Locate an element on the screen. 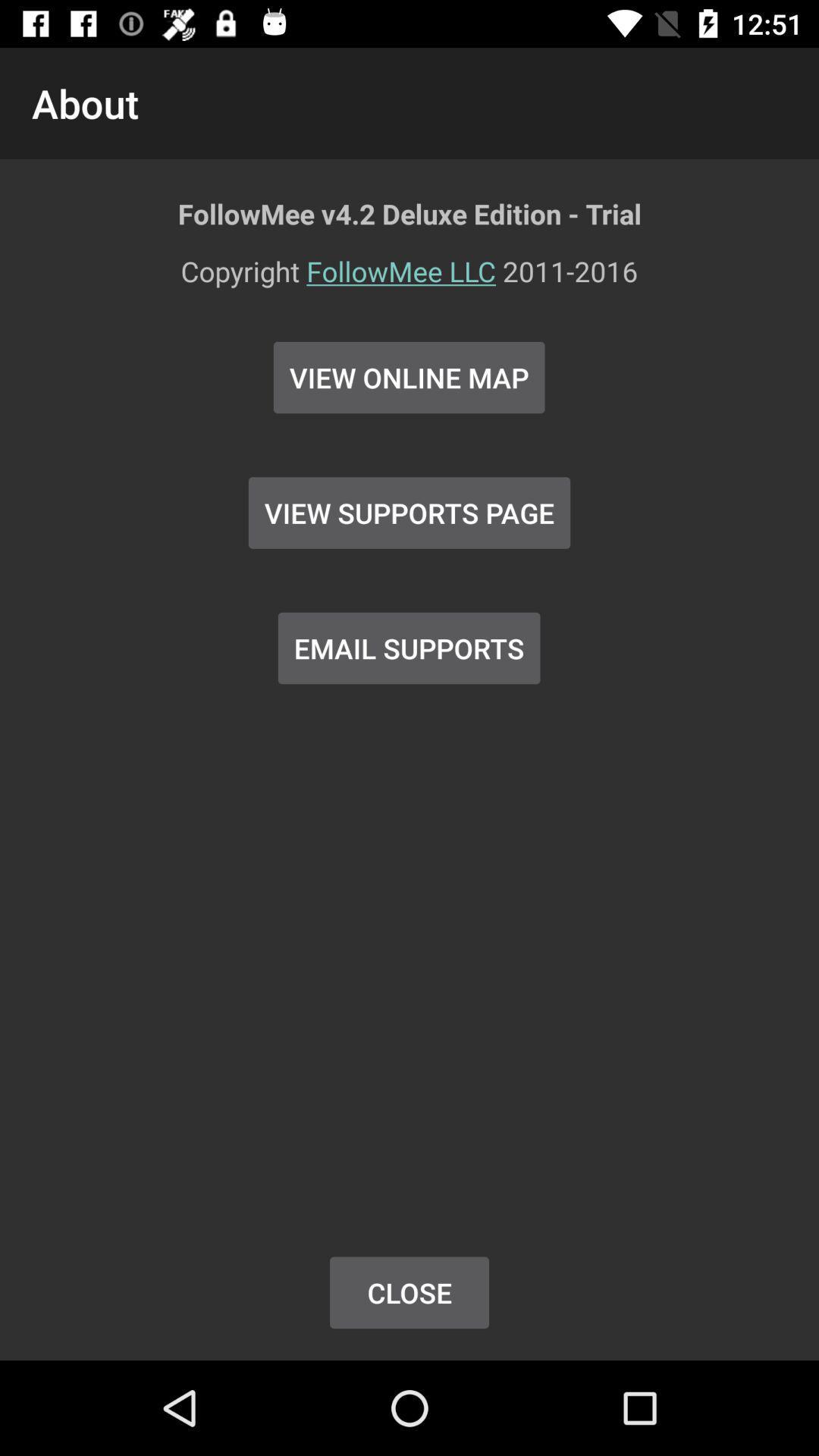  the icon above the view online map item is located at coordinates (409, 281).